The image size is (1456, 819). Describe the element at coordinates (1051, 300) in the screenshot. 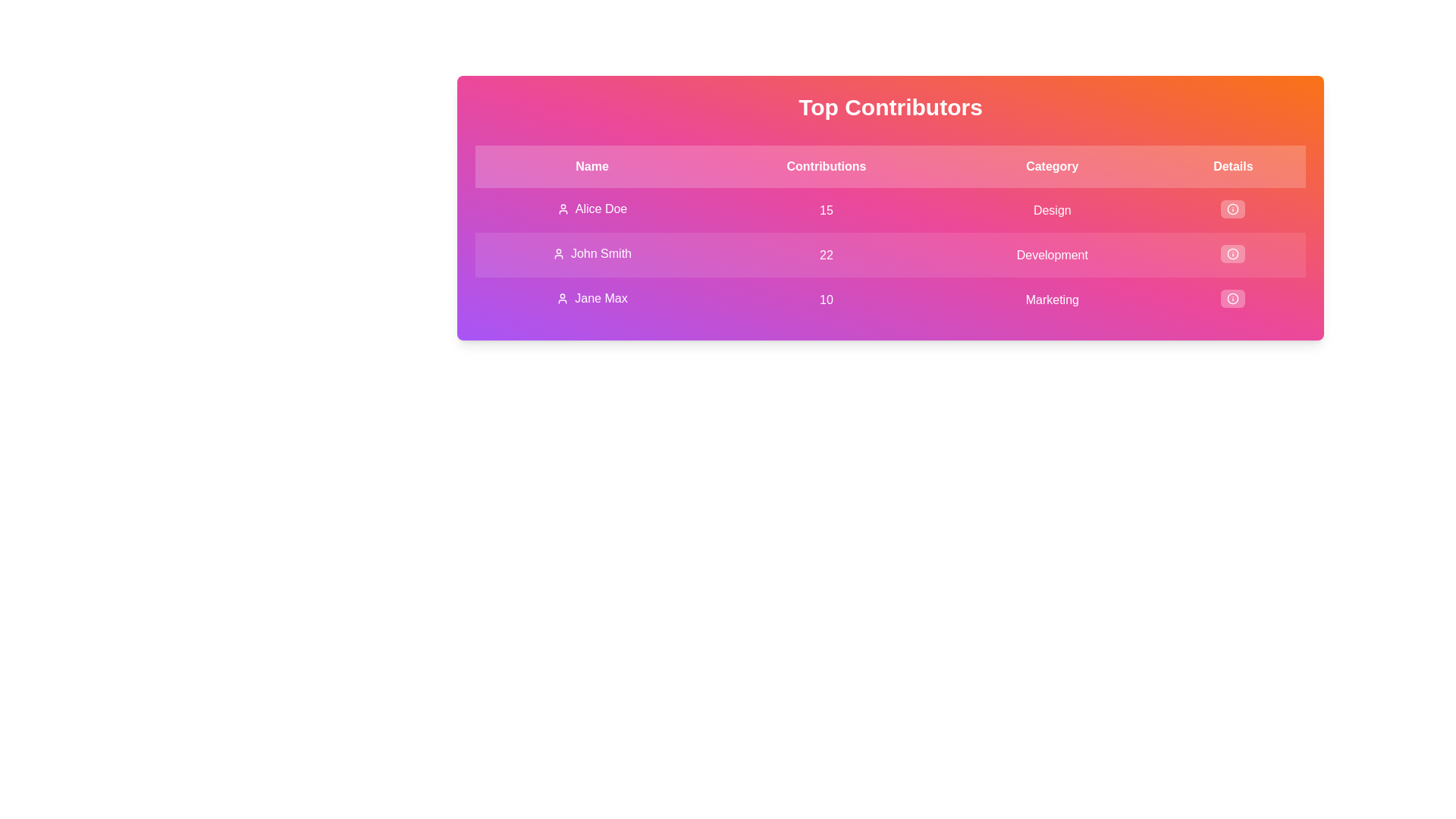

I see `the text label representing the category associated with contributor 'Jane Max' in the 'Top Contributors' table, located in the 'Category' column of the third row` at that location.